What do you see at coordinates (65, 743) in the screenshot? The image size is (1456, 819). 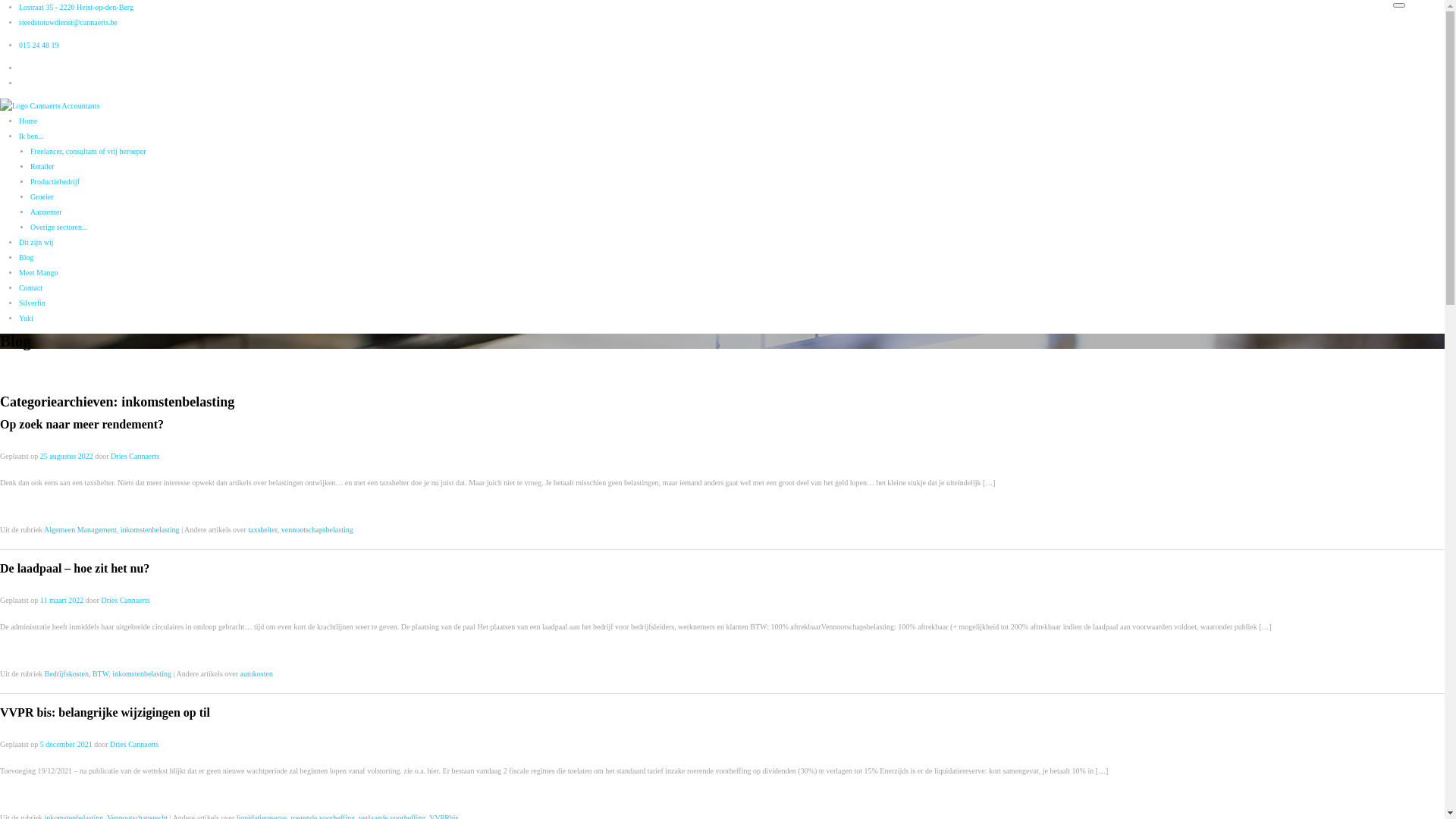 I see `'5 december 2021'` at bounding box center [65, 743].